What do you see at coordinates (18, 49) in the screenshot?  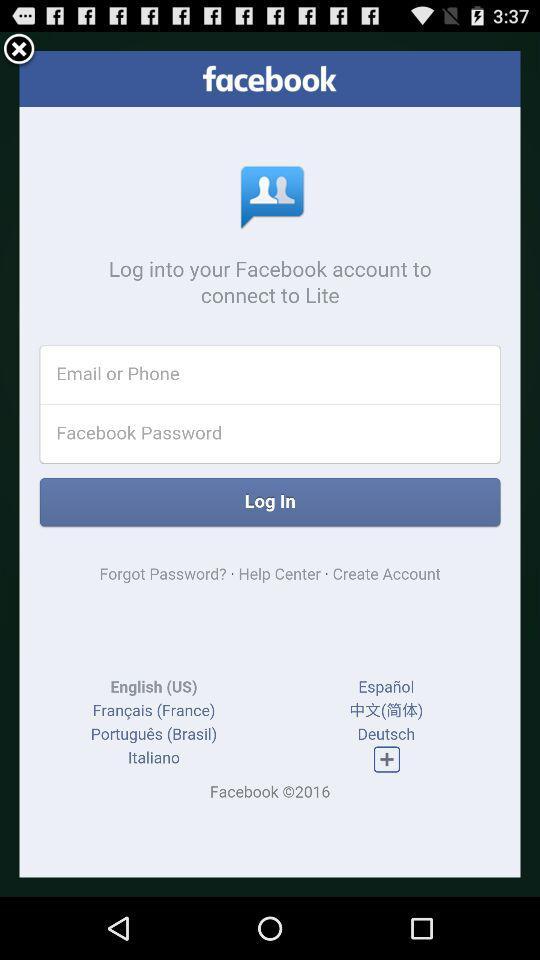 I see `window` at bounding box center [18, 49].